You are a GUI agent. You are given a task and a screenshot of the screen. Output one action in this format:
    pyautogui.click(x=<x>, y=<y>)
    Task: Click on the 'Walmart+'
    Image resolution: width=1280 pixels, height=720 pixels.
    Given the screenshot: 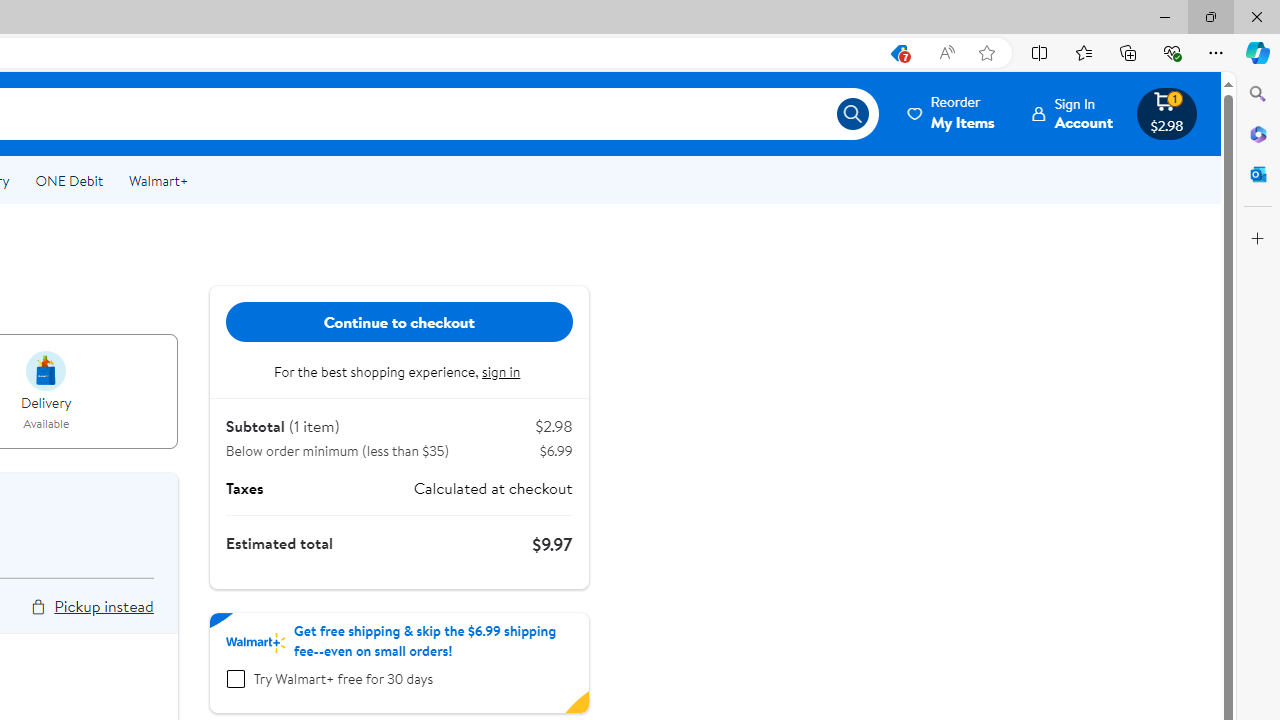 What is the action you would take?
    pyautogui.click(x=157, y=181)
    